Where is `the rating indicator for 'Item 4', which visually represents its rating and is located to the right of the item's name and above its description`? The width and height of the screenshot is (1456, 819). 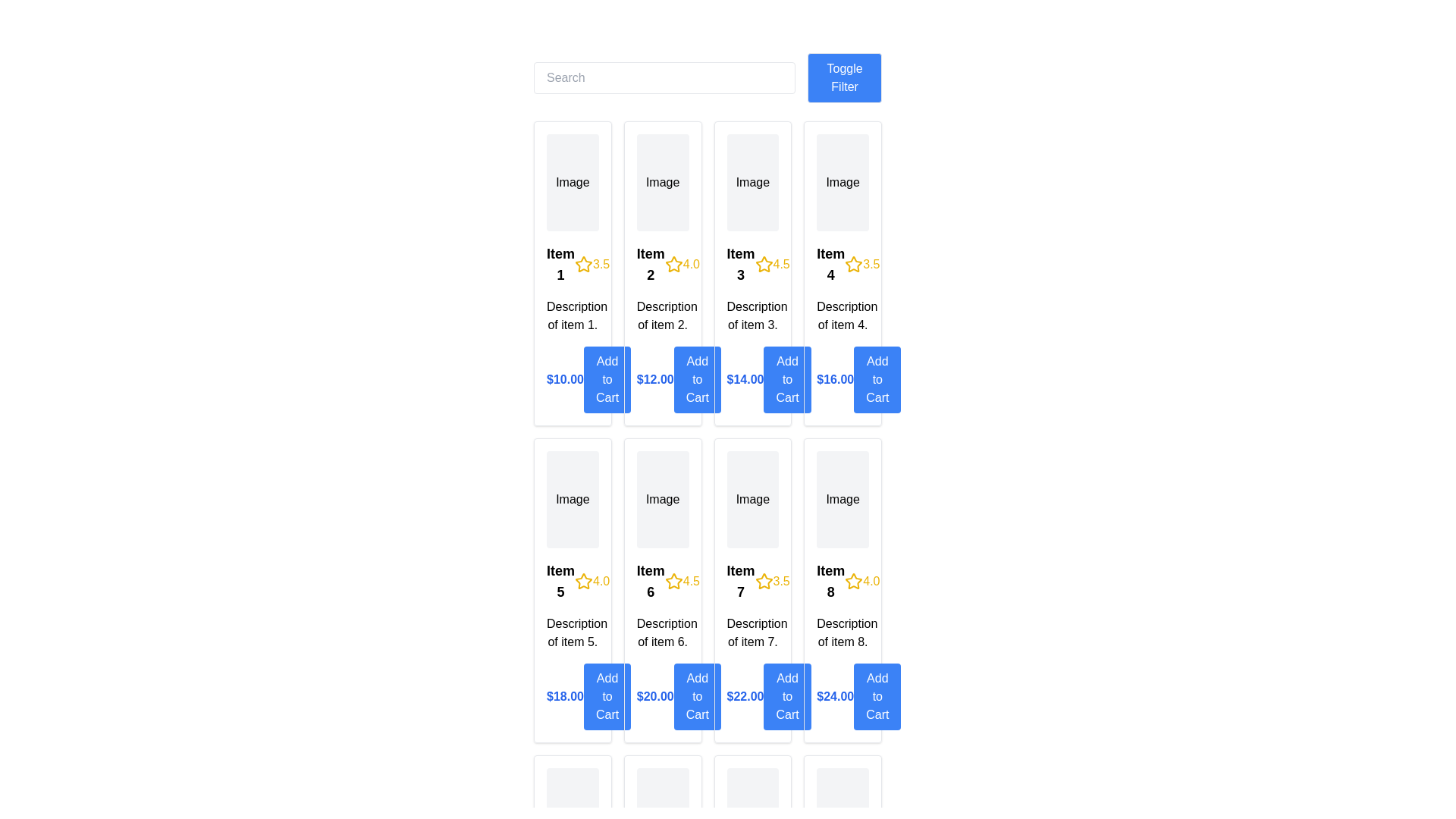 the rating indicator for 'Item 4', which visually represents its rating and is located to the right of the item's name and above its description is located at coordinates (862, 263).